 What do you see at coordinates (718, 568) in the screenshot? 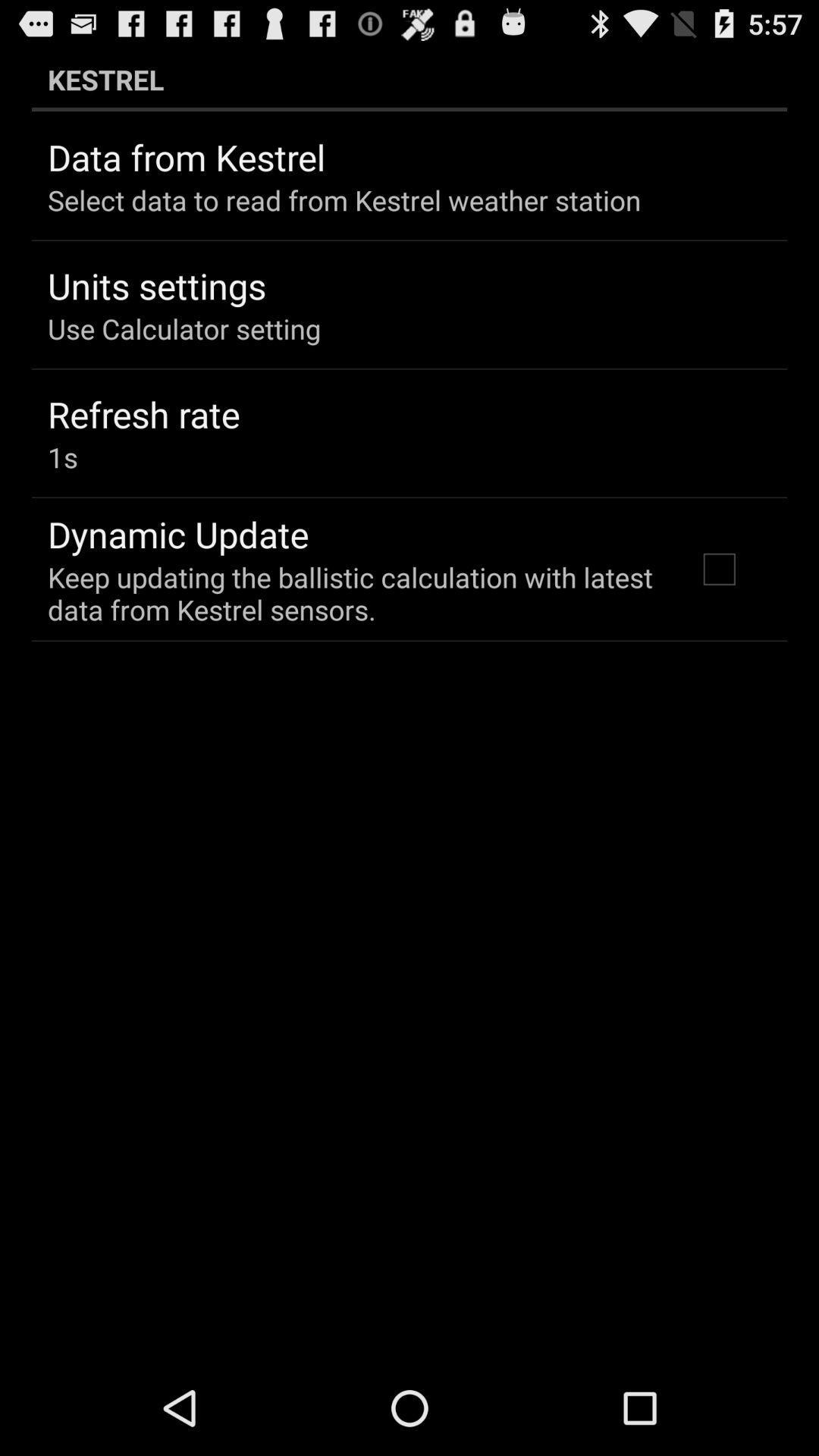
I see `checkbox on the right` at bounding box center [718, 568].